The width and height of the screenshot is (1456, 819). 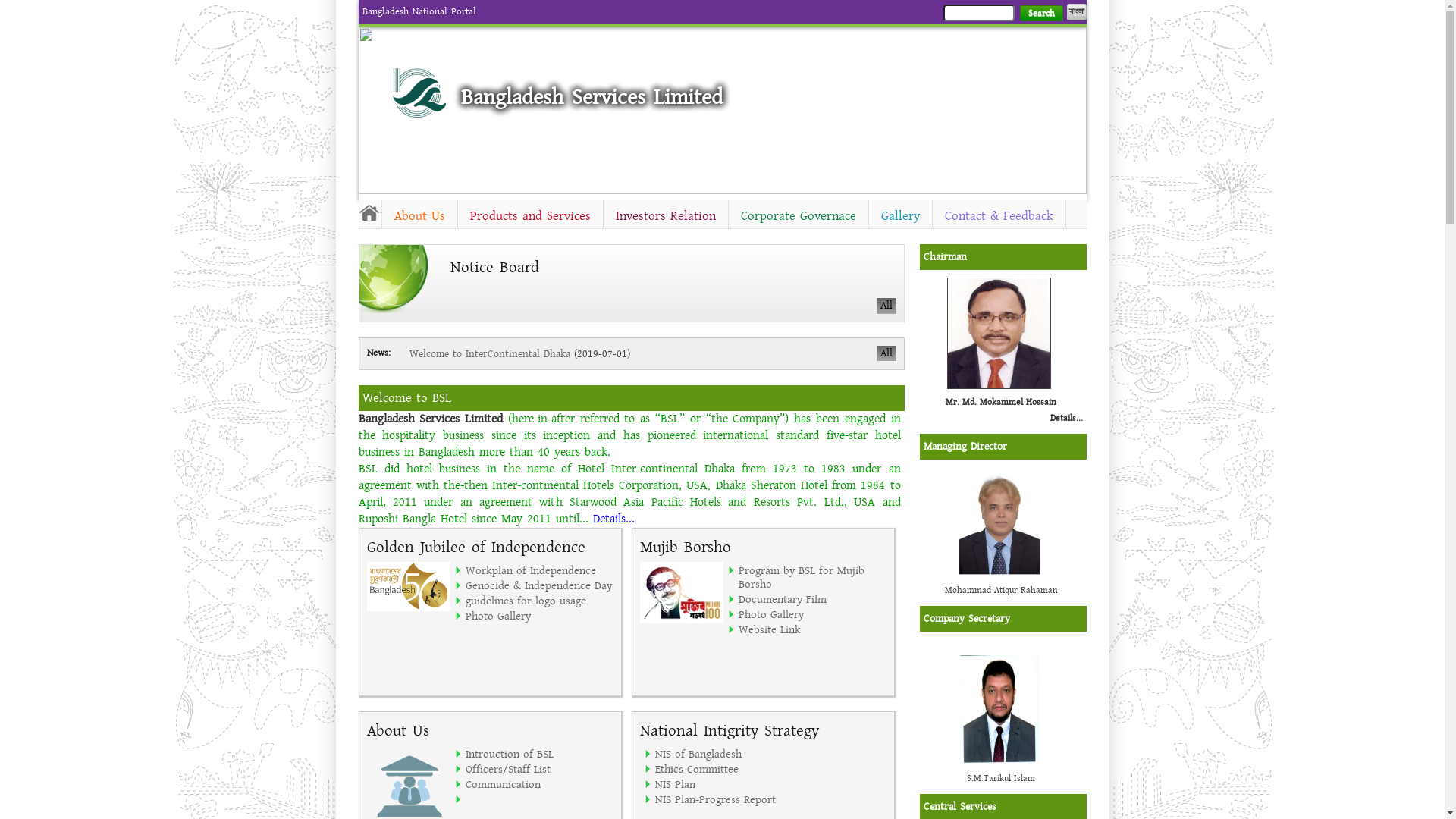 I want to click on 'Corporate Governace', so click(x=796, y=216).